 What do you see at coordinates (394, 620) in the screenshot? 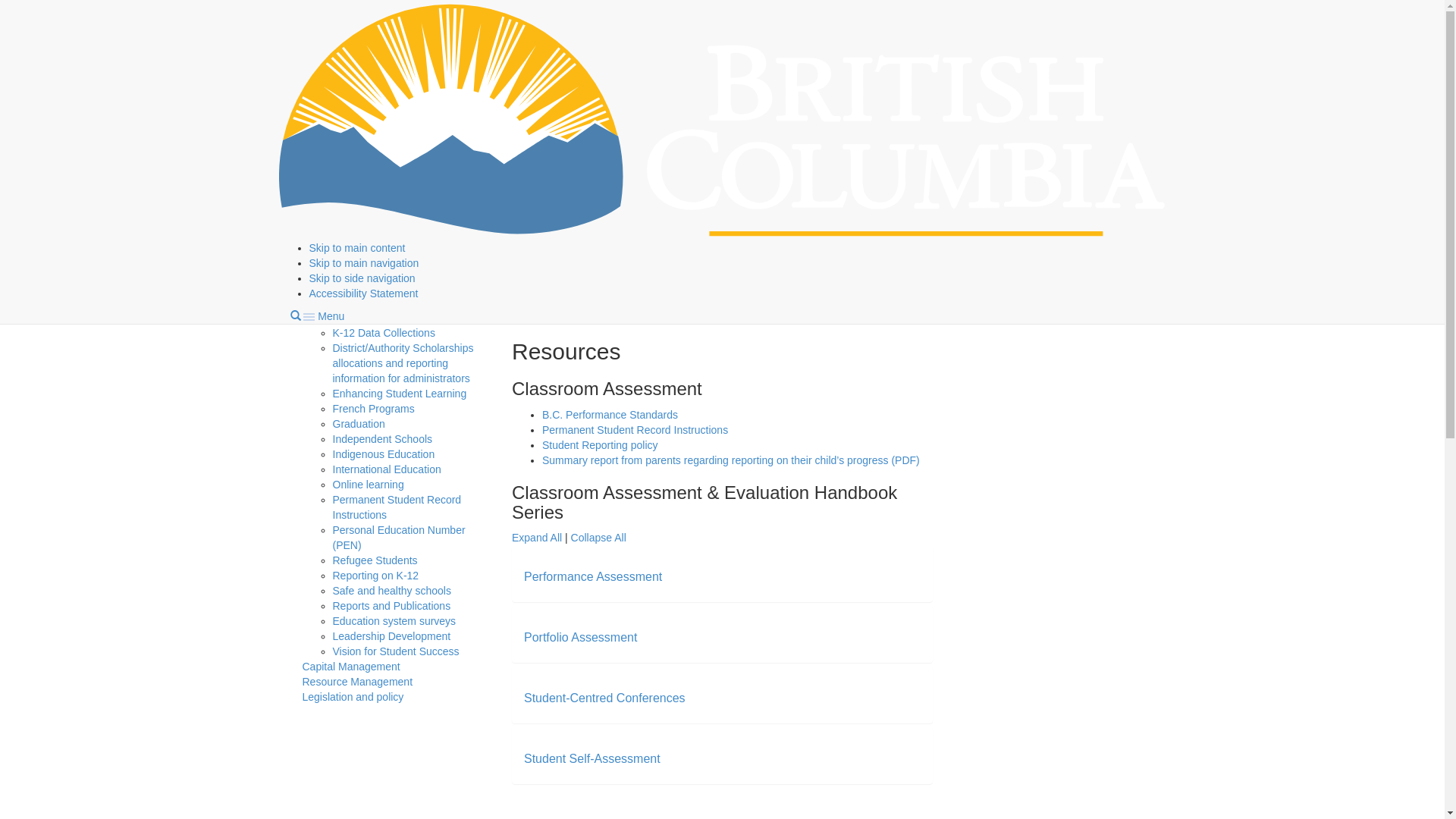
I see `'Education system surveys'` at bounding box center [394, 620].